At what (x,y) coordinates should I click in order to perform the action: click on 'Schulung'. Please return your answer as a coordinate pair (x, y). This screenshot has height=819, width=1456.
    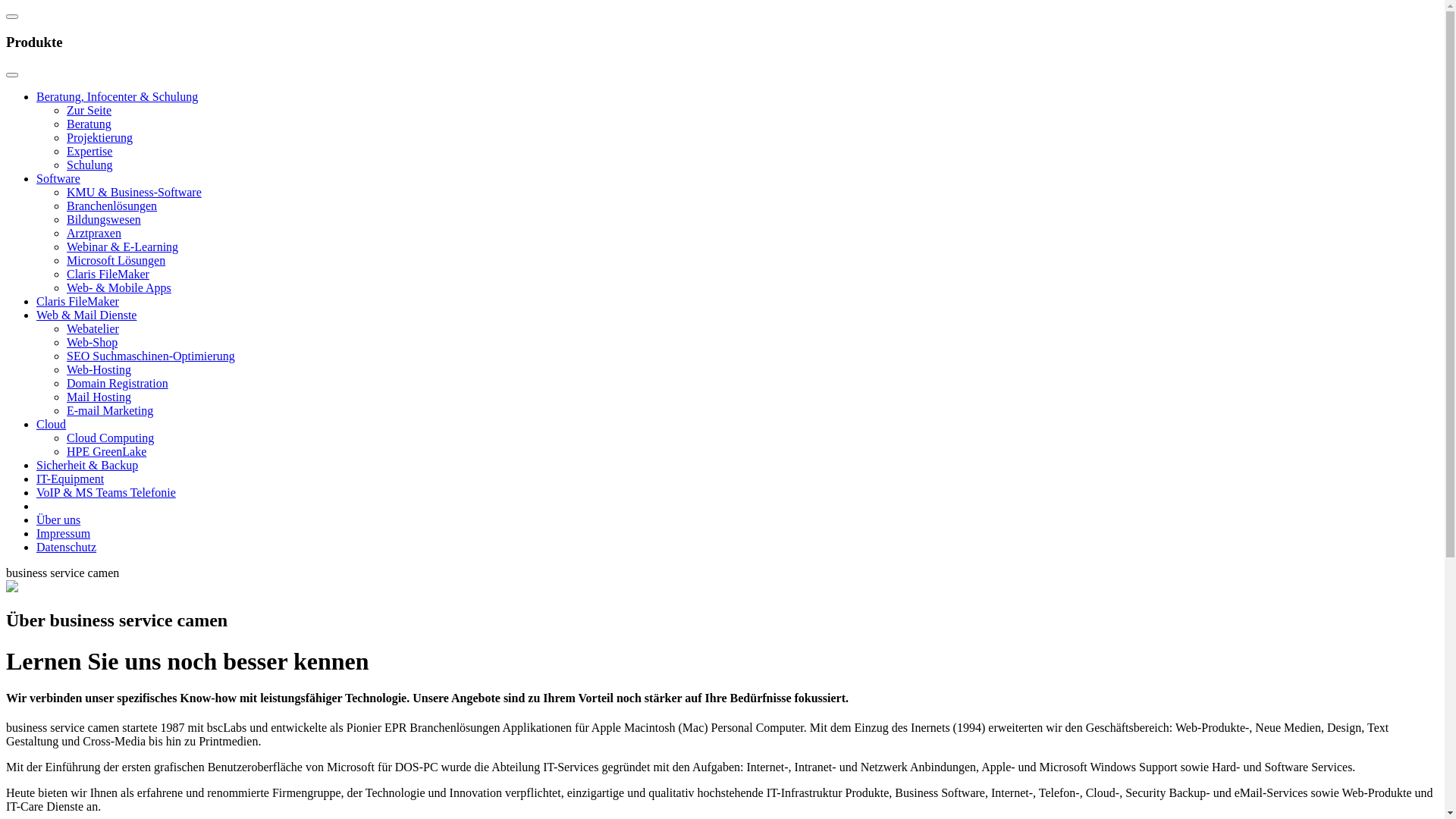
    Looking at the image, I should click on (65, 165).